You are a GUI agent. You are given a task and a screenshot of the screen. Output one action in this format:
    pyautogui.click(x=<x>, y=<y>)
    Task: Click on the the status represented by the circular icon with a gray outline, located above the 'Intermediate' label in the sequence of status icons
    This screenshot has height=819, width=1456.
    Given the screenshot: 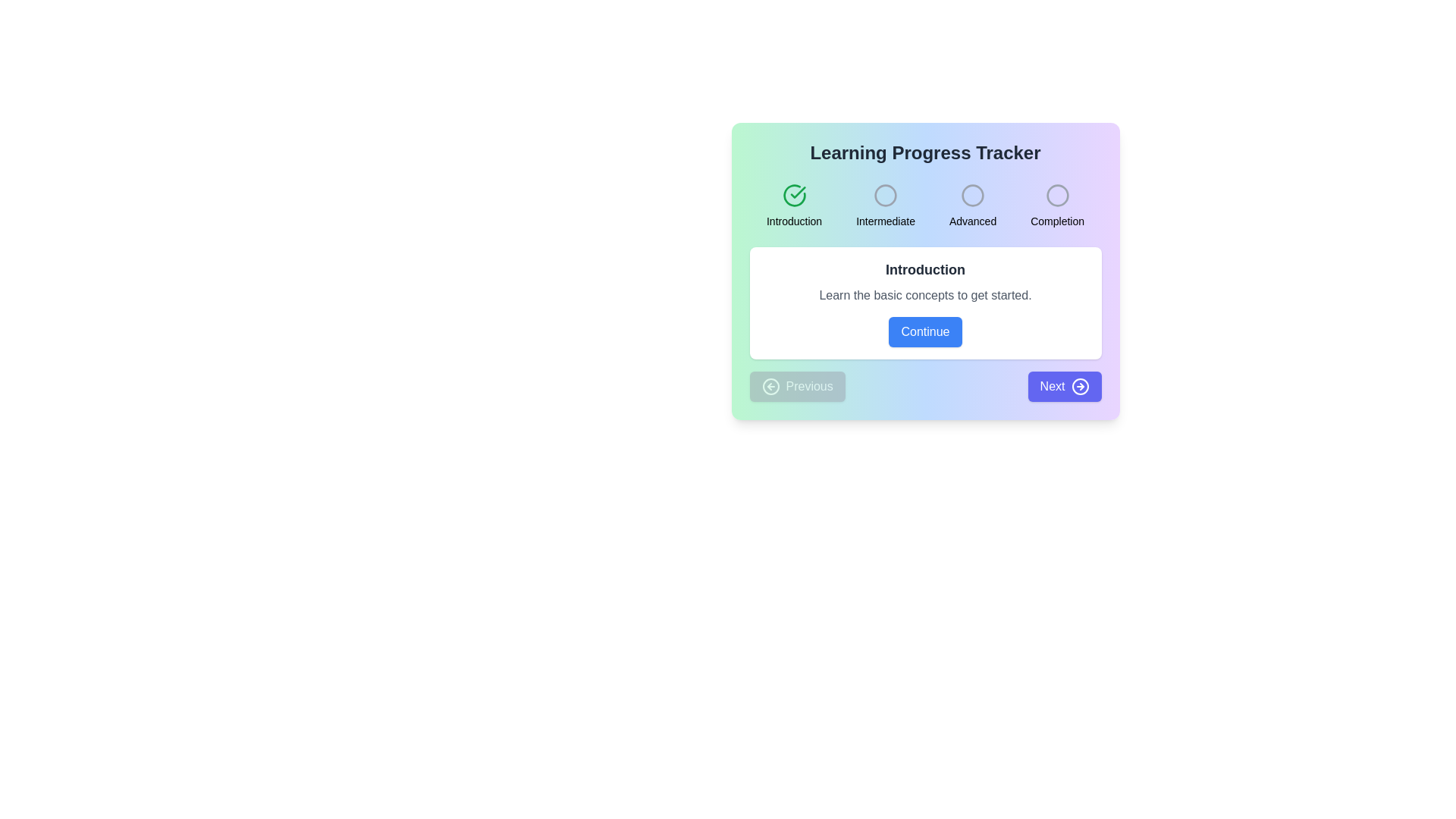 What is the action you would take?
    pyautogui.click(x=885, y=195)
    